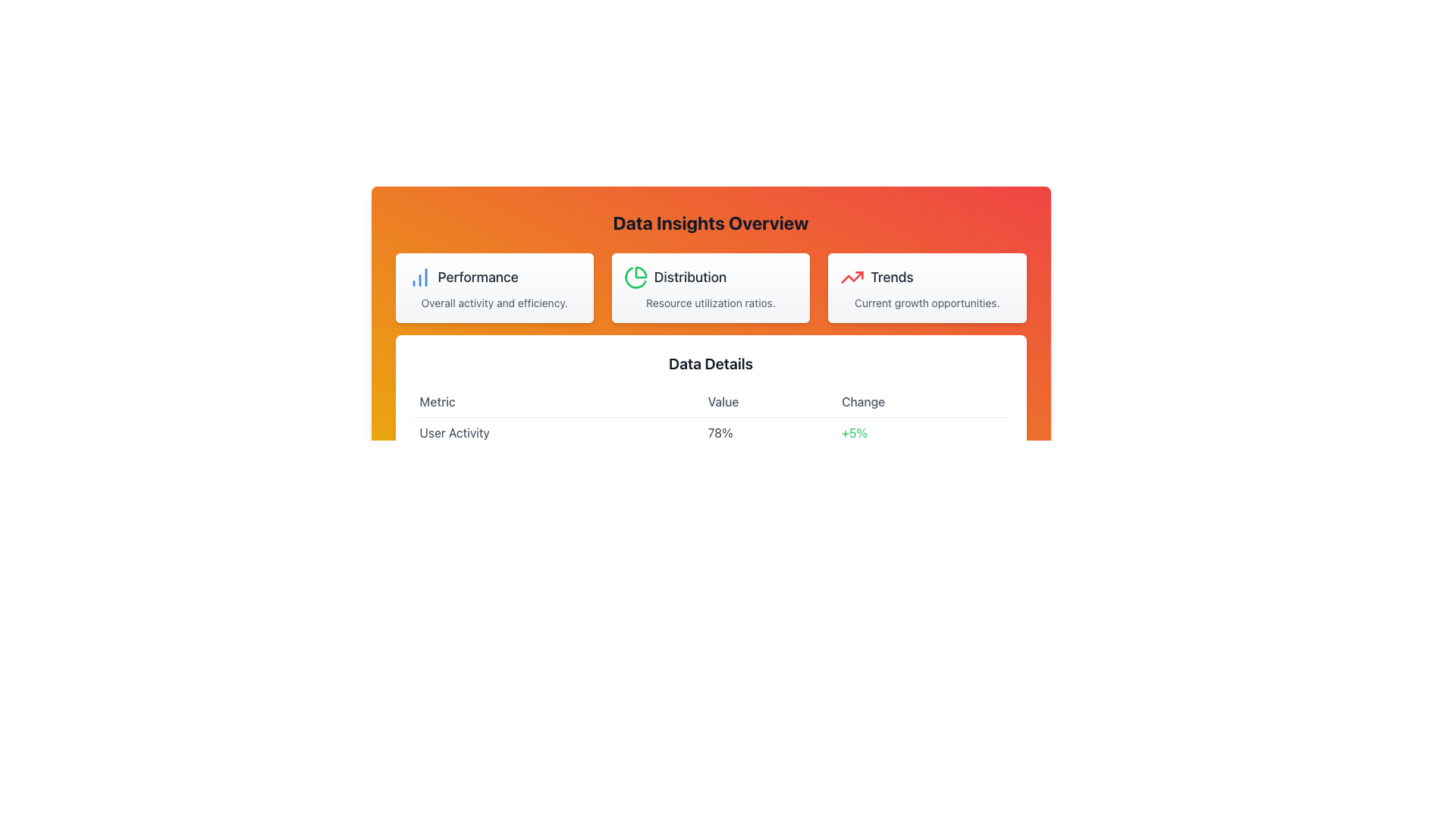 The width and height of the screenshot is (1456, 819). I want to click on the Label with a green pie chart icon and the text 'Distribution', which is located at the top of the card beneath the 'Data Insights Overview' title, so click(710, 278).